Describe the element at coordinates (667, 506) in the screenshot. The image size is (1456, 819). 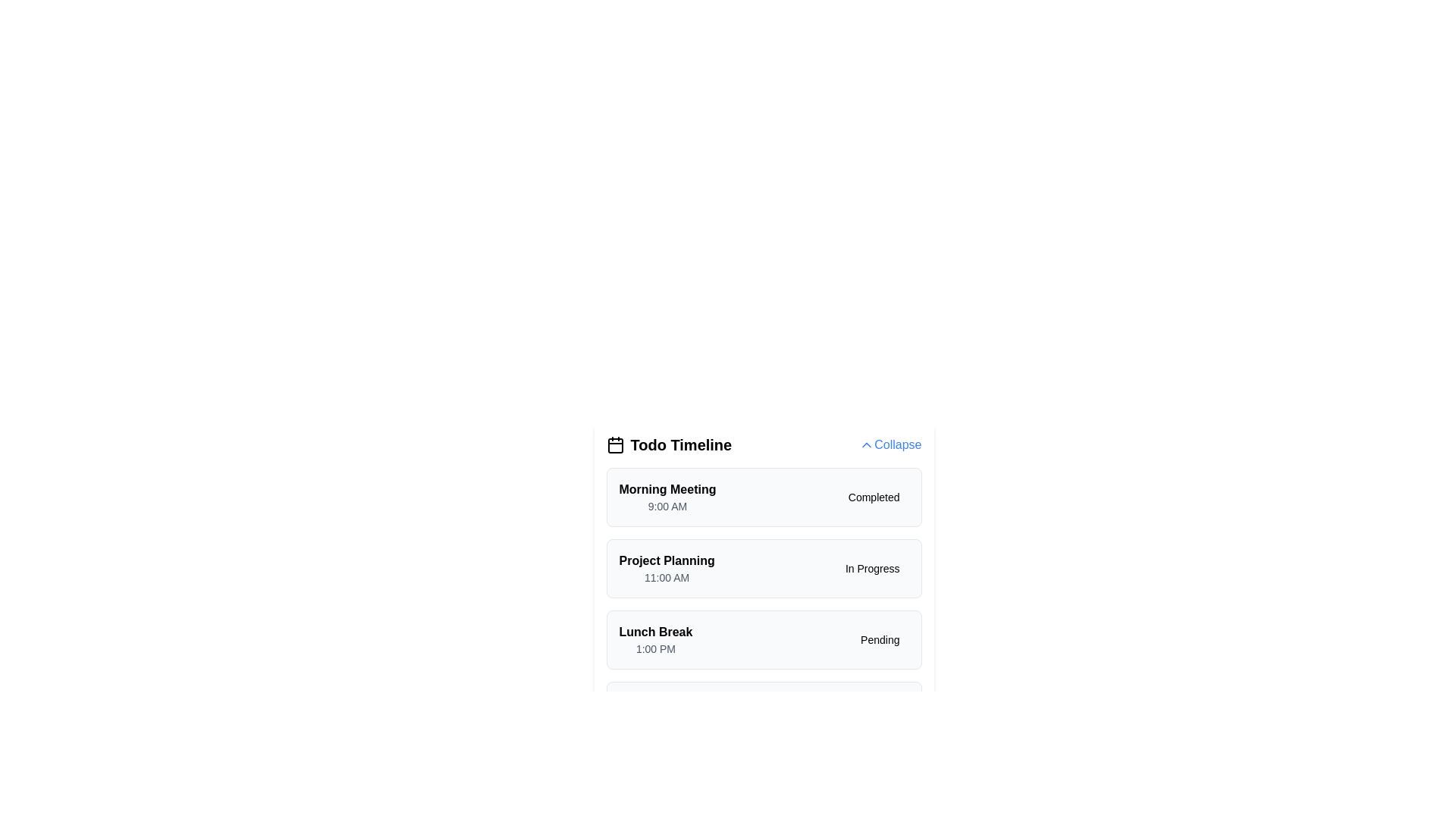
I see `the informational text displaying the scheduled time for the 'Morning Meeting' located under the 'Morning Meeting' block in the 'Todo Timeline' section` at that location.